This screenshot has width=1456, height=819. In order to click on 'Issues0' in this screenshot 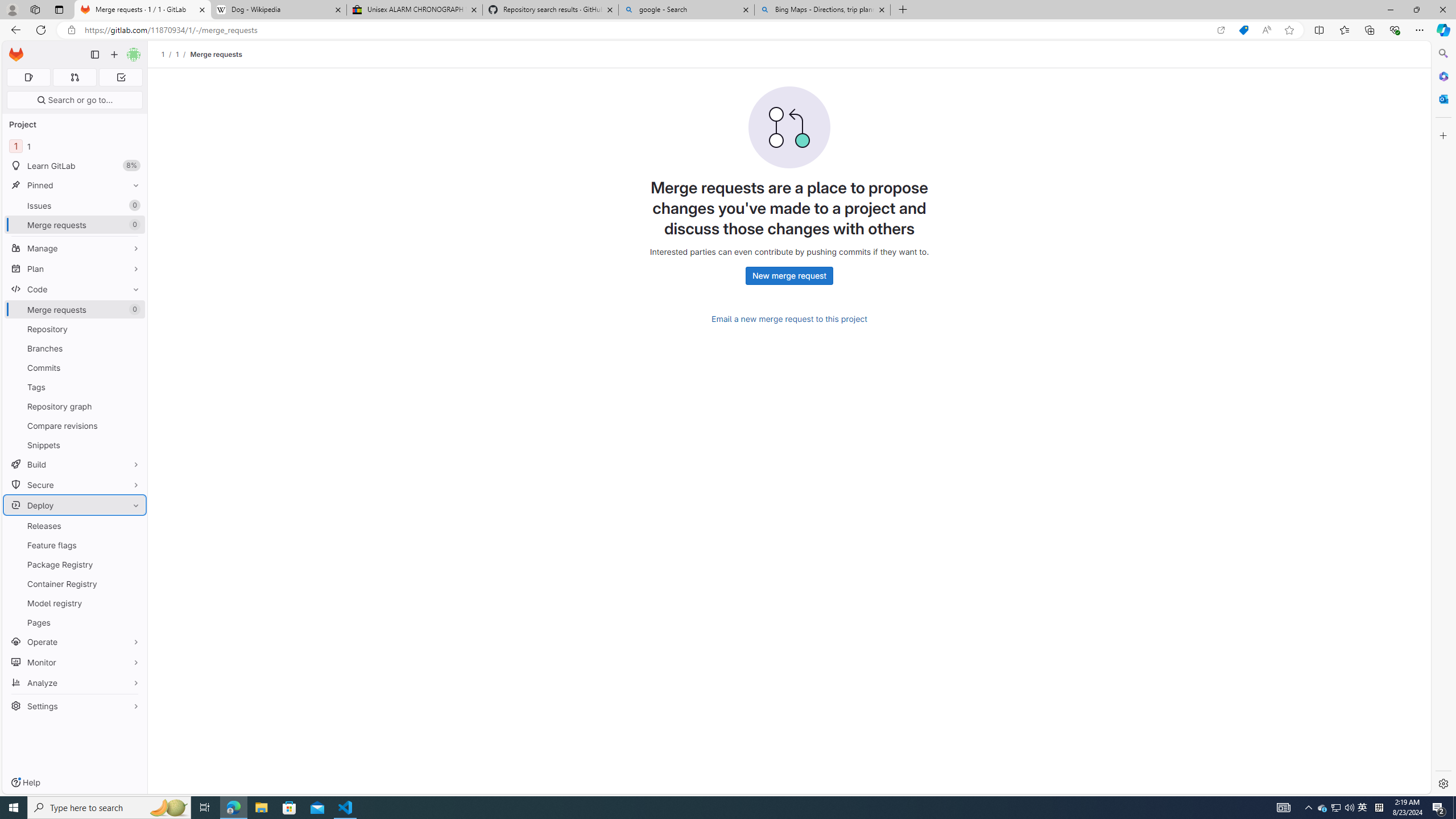, I will do `click(74, 205)`.